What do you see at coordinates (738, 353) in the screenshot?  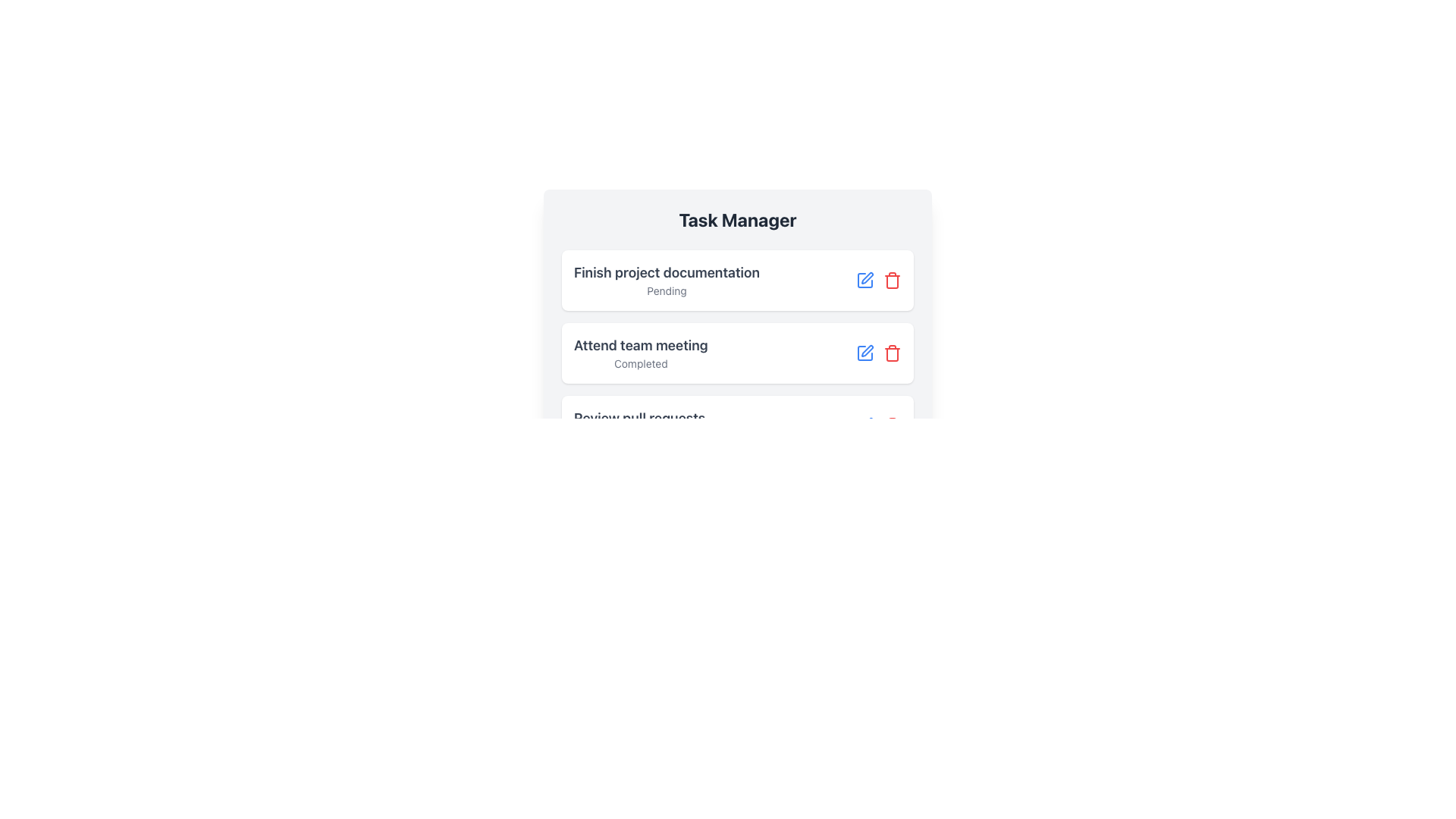 I see `the task title in the second task card of the Task Manager` at bounding box center [738, 353].